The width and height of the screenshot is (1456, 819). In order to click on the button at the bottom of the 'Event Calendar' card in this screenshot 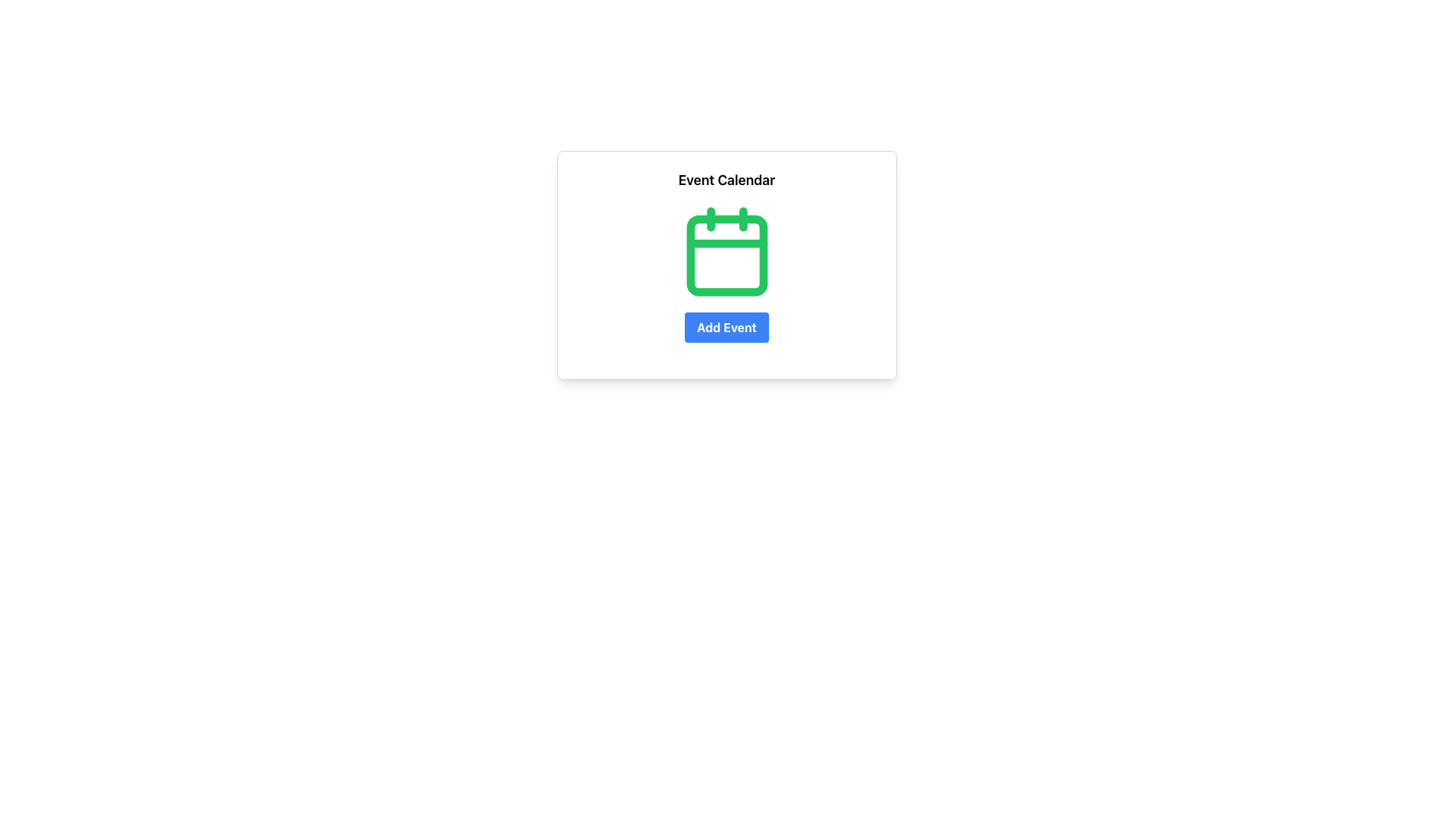, I will do `click(726, 327)`.